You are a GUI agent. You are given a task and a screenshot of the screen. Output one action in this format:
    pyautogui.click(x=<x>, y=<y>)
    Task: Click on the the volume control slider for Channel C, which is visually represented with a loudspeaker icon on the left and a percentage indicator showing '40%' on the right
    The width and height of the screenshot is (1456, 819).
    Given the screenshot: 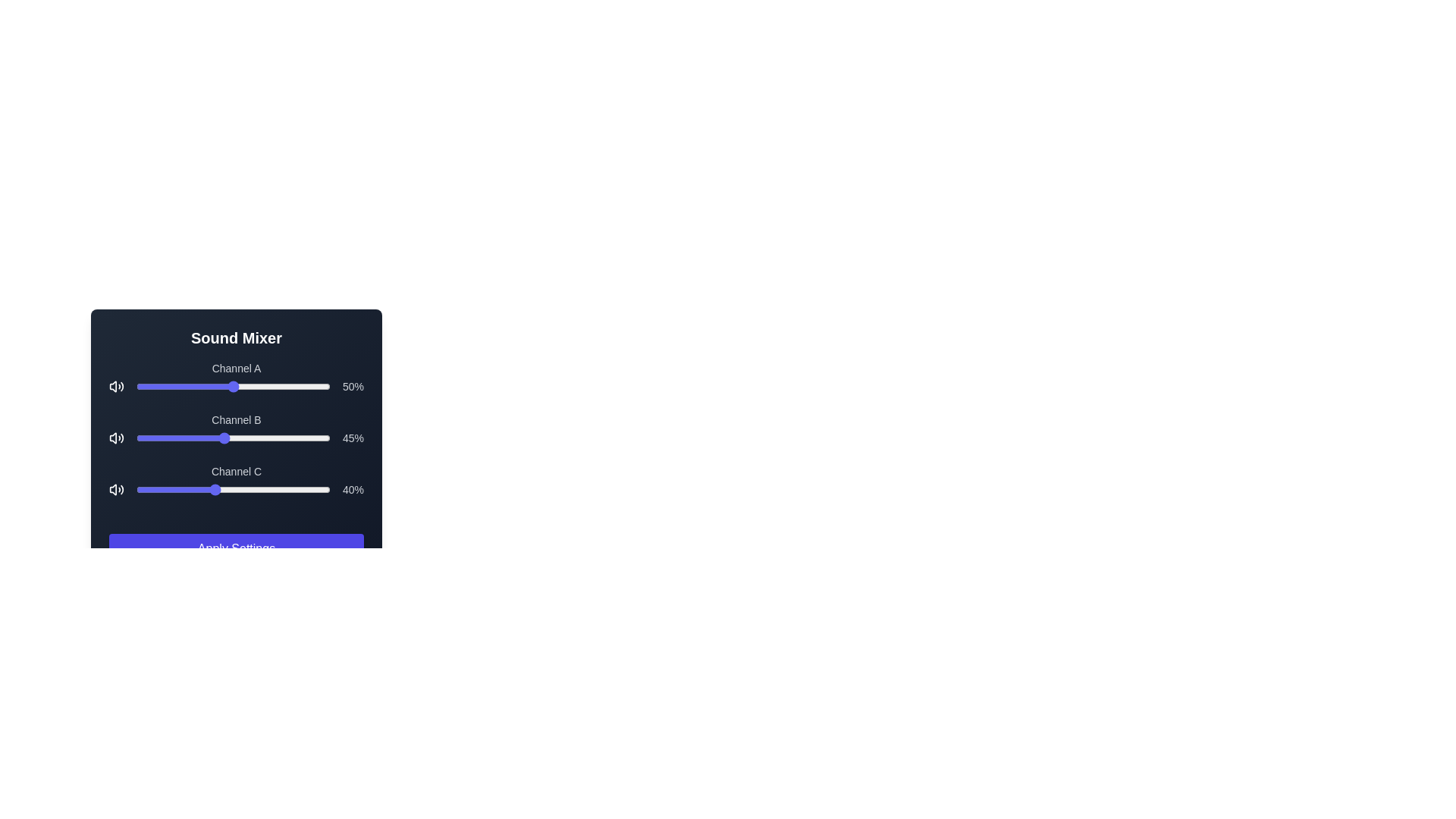 What is the action you would take?
    pyautogui.click(x=236, y=489)
    